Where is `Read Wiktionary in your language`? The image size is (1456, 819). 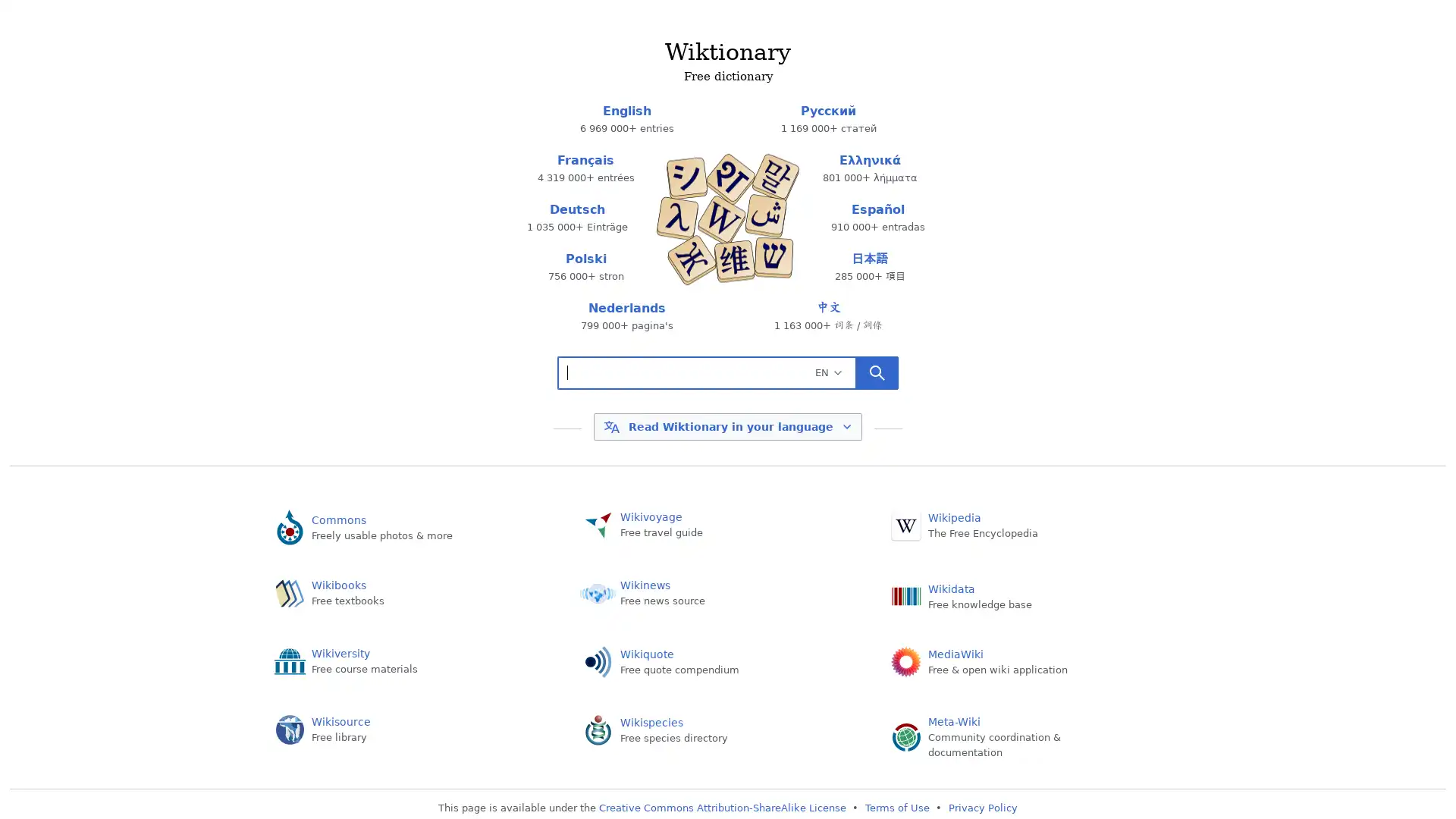 Read Wiktionary in your language is located at coordinates (726, 427).